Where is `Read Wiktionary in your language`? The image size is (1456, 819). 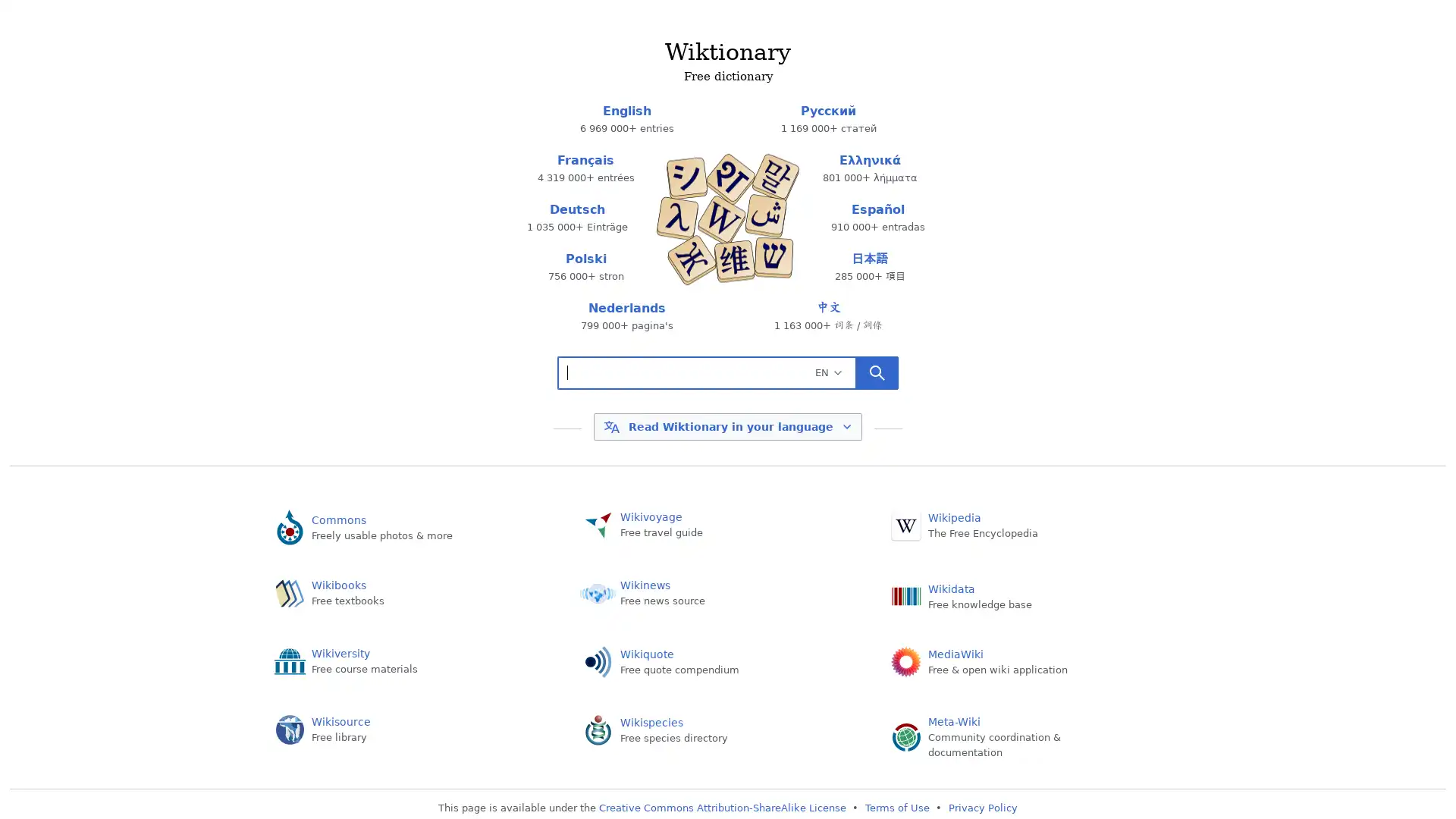 Read Wiktionary in your language is located at coordinates (726, 427).